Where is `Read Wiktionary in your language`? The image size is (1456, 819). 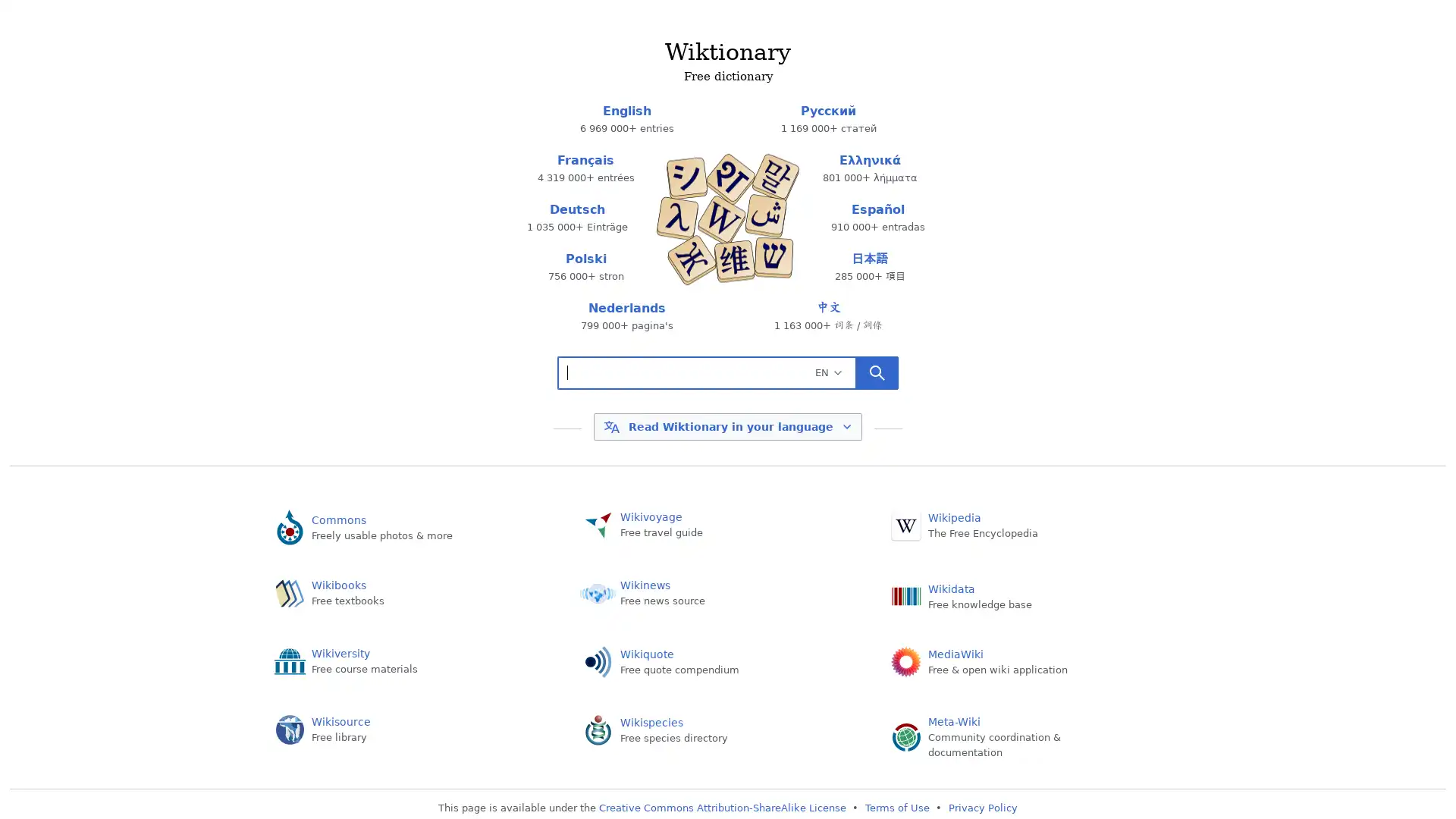 Read Wiktionary in your language is located at coordinates (726, 427).